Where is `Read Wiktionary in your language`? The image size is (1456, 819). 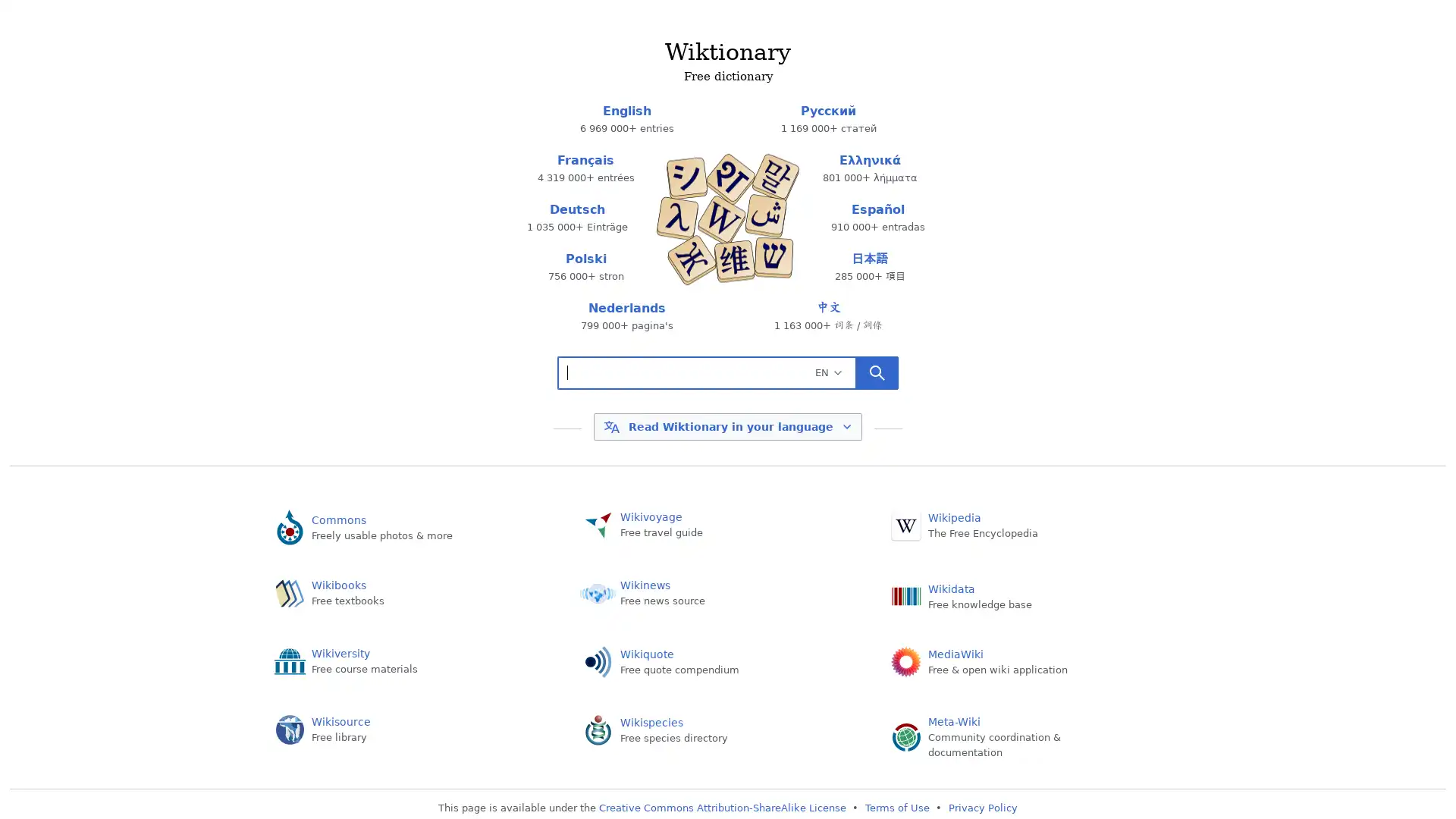 Read Wiktionary in your language is located at coordinates (726, 427).